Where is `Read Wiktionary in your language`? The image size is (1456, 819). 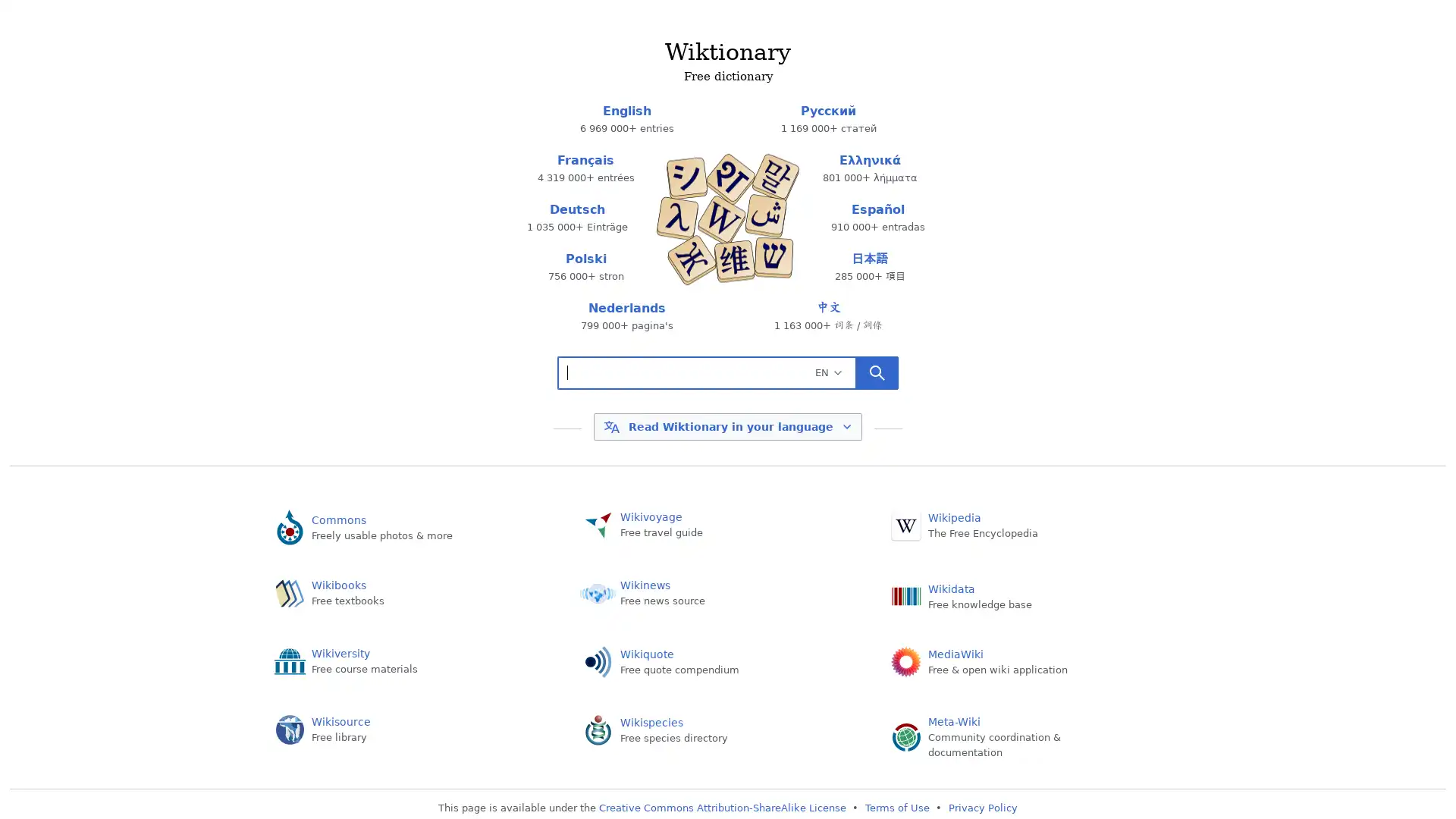 Read Wiktionary in your language is located at coordinates (726, 427).